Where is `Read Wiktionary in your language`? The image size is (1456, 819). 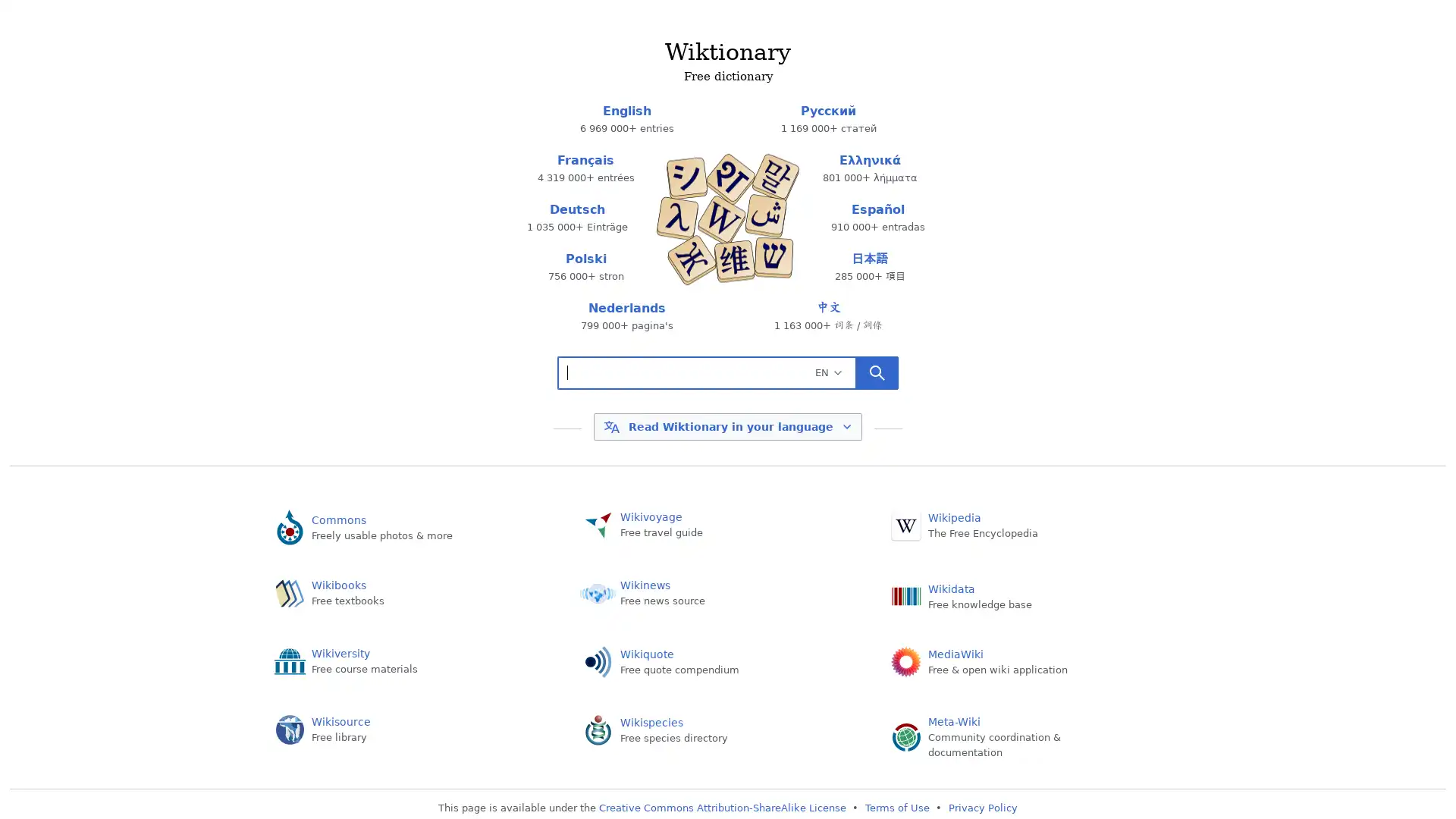 Read Wiktionary in your language is located at coordinates (726, 427).